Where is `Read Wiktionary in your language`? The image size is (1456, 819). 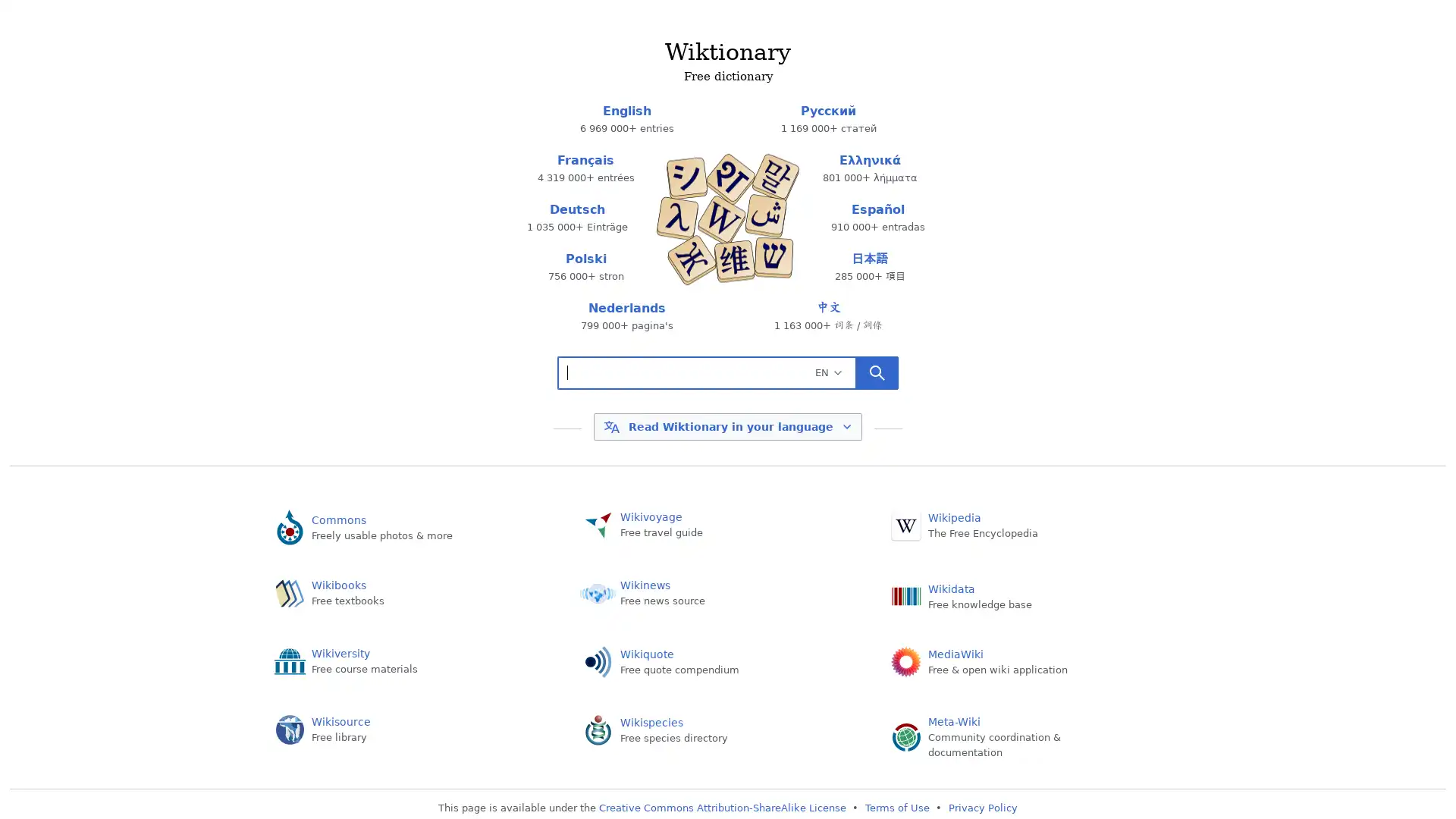 Read Wiktionary in your language is located at coordinates (726, 427).